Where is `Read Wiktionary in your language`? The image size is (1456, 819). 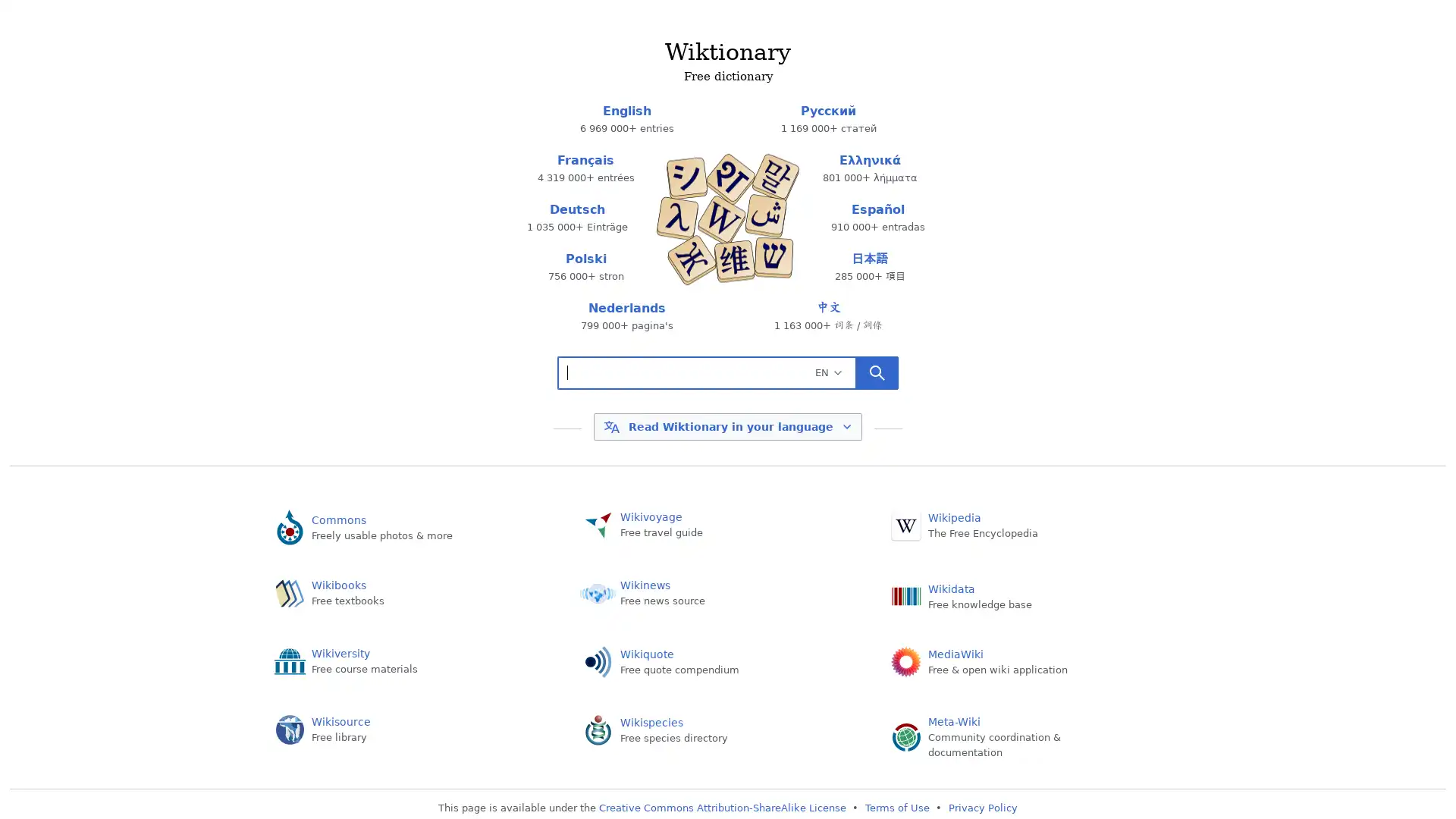 Read Wiktionary in your language is located at coordinates (726, 427).